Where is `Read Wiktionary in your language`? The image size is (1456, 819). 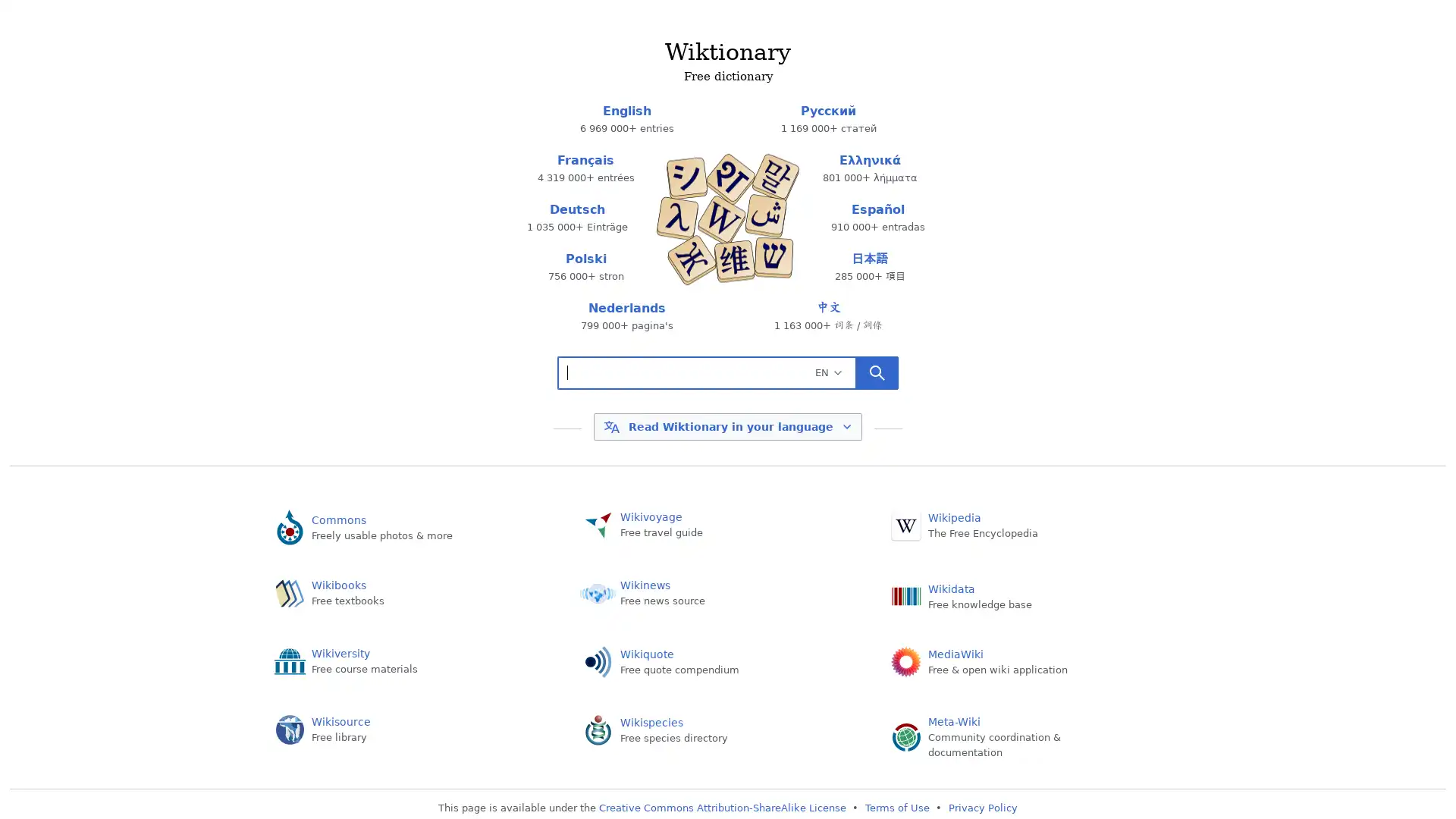 Read Wiktionary in your language is located at coordinates (726, 427).